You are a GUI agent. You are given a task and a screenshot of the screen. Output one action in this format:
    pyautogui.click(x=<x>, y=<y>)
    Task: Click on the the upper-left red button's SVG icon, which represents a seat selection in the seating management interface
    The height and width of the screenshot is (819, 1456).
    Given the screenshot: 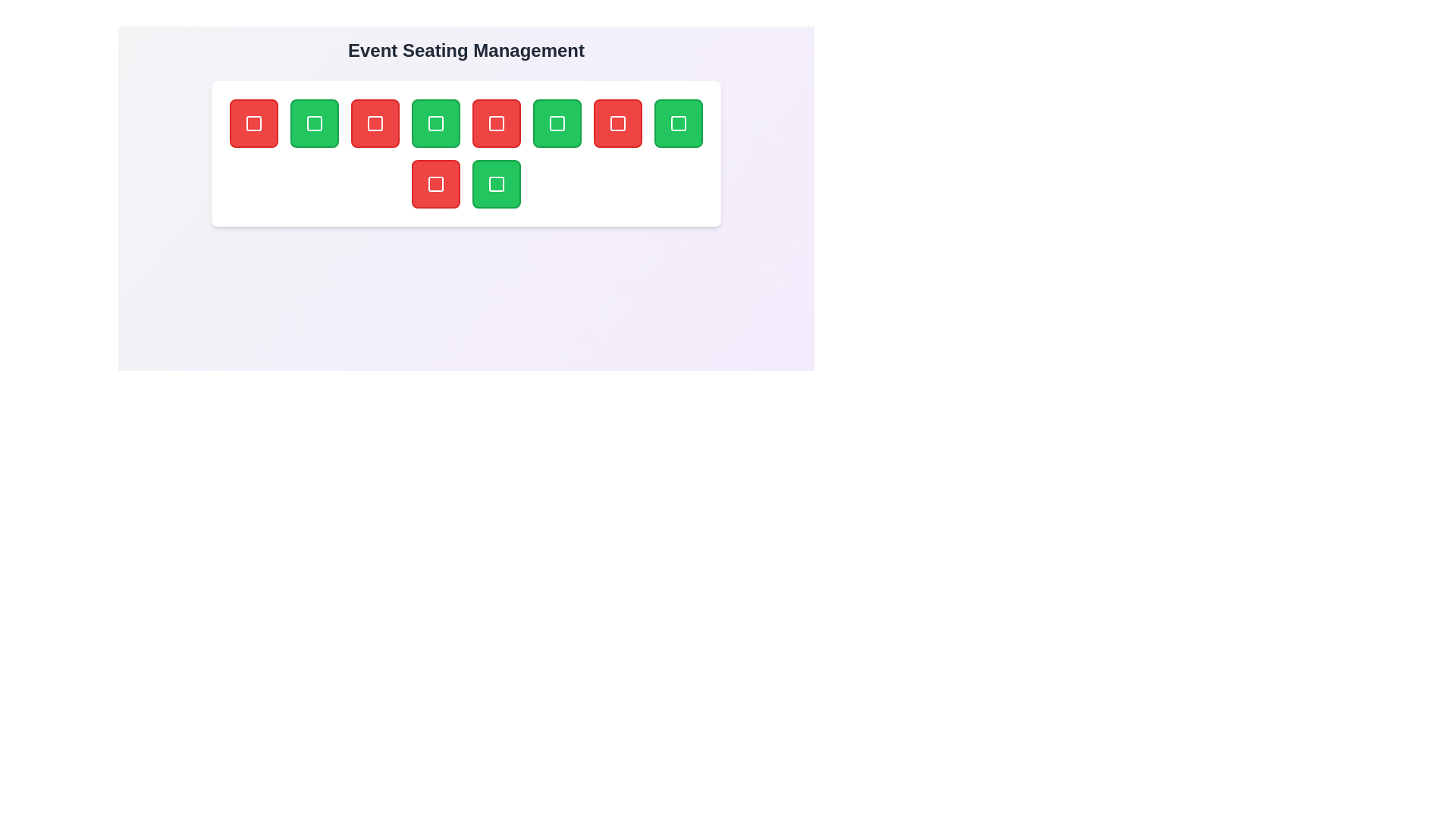 What is the action you would take?
    pyautogui.click(x=254, y=122)
    